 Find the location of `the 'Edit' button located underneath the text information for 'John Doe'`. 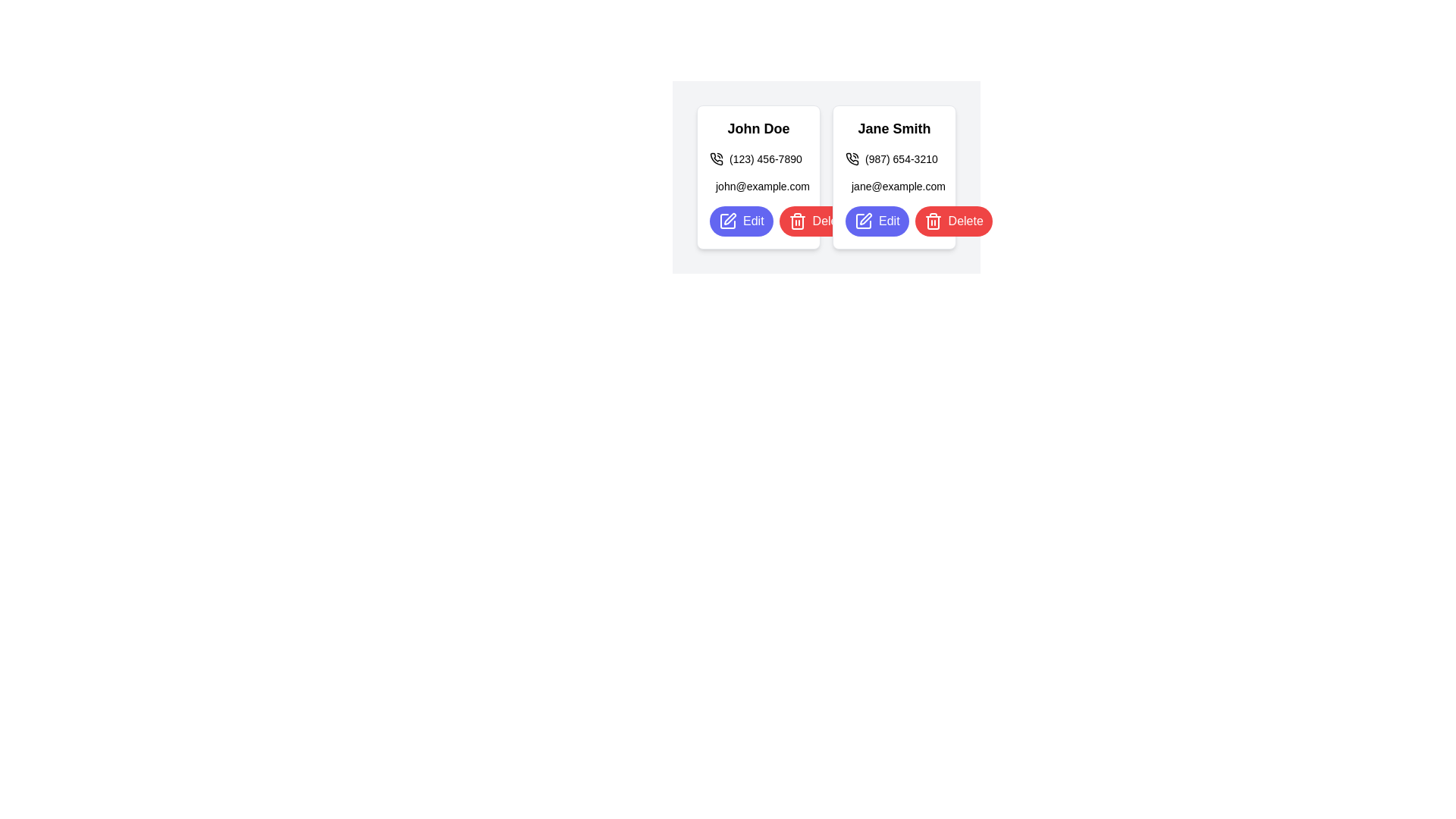

the 'Edit' button located underneath the text information for 'John Doe' is located at coordinates (741, 221).